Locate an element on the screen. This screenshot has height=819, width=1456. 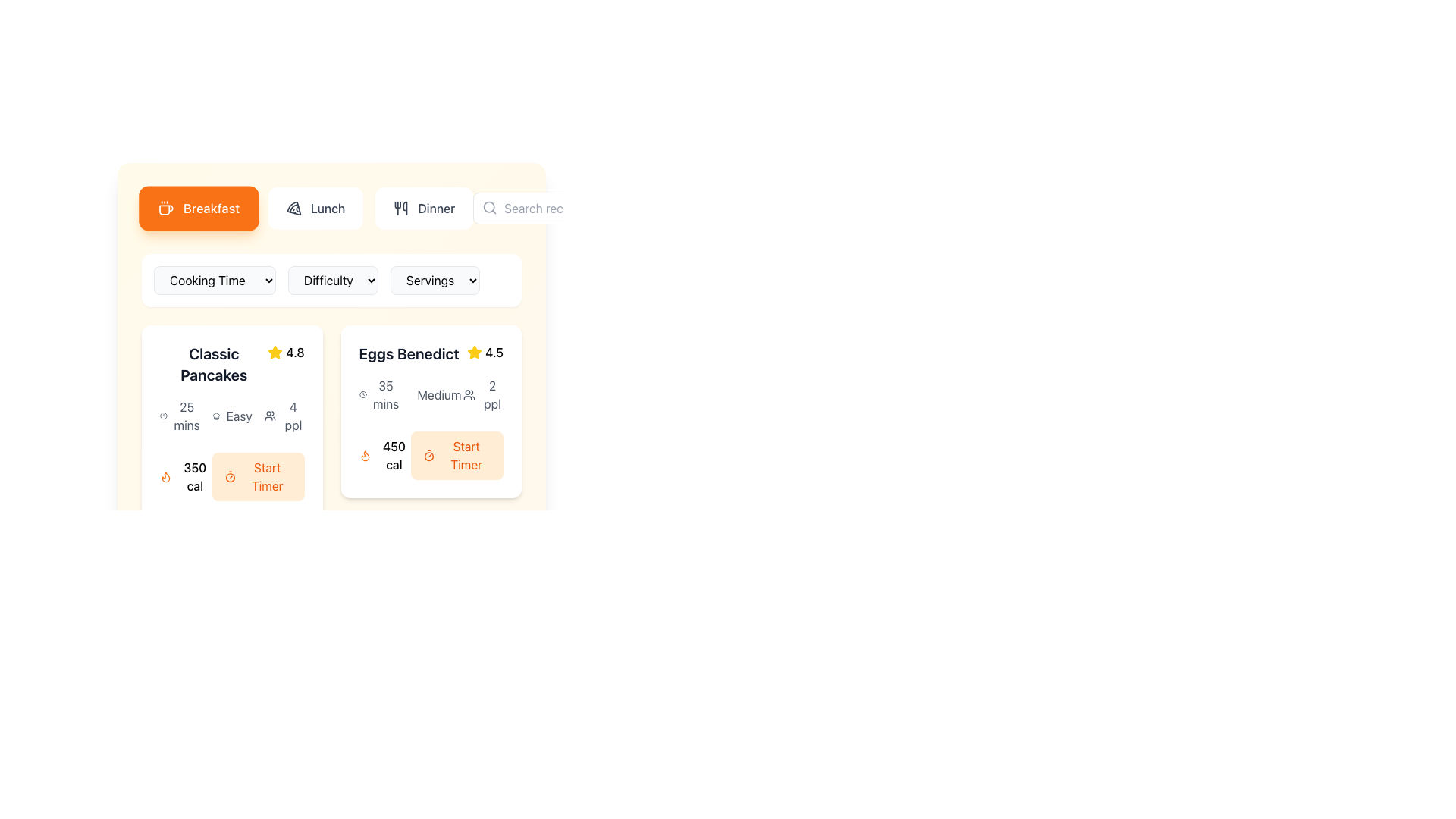
the star SVG icon representing the numerical rating of '4.8', located to the left of the text in the recipe card for 'Classic Pancakes' is located at coordinates (275, 353).